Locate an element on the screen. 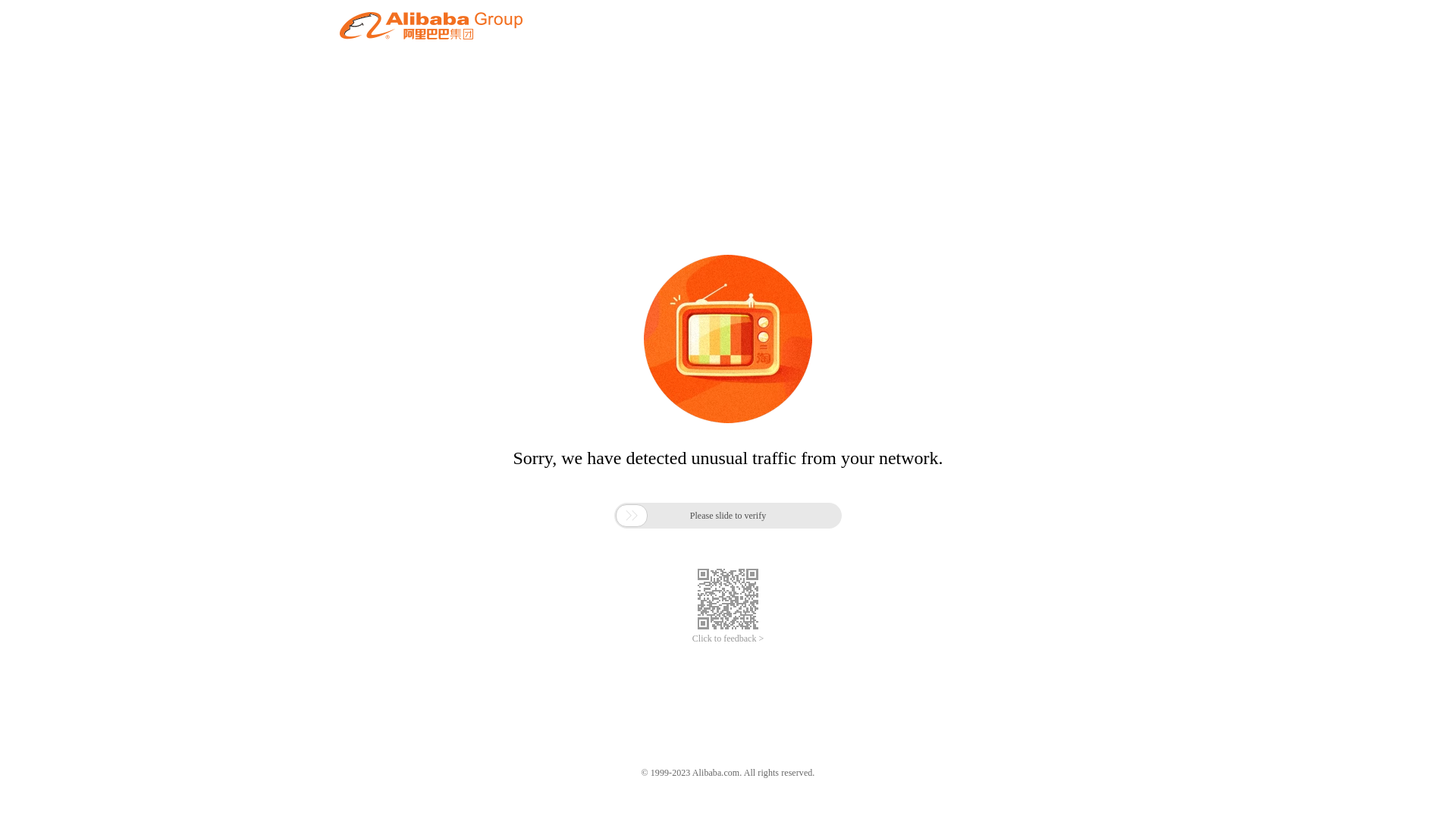 This screenshot has width=1456, height=819. 'Click to feedback >' is located at coordinates (728, 639).